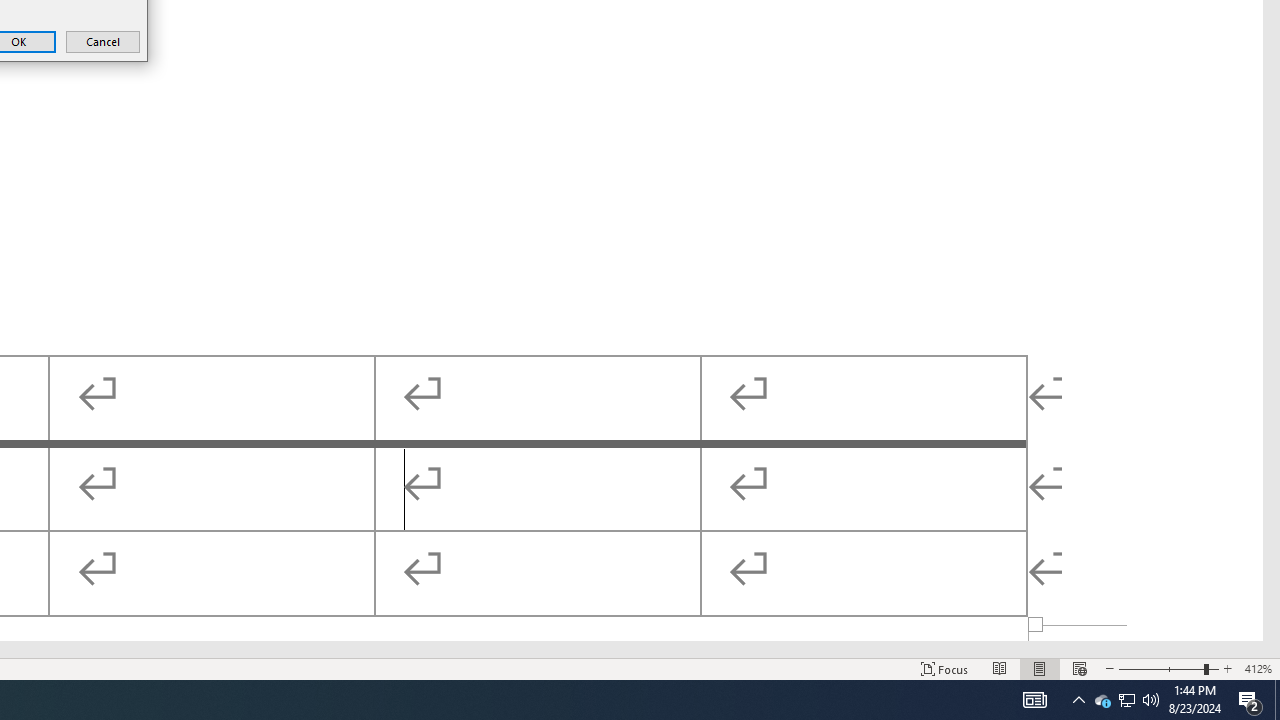 The image size is (1280, 720). What do you see at coordinates (1257, 669) in the screenshot?
I see `'Zoom 412%'` at bounding box center [1257, 669].